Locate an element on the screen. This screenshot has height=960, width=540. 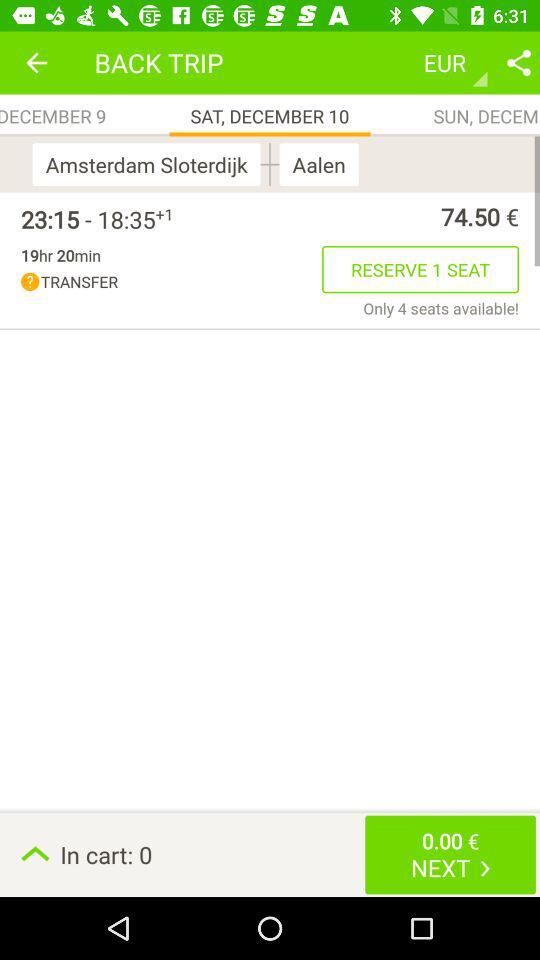
app below sat, december 10 icon is located at coordinates (270, 163).